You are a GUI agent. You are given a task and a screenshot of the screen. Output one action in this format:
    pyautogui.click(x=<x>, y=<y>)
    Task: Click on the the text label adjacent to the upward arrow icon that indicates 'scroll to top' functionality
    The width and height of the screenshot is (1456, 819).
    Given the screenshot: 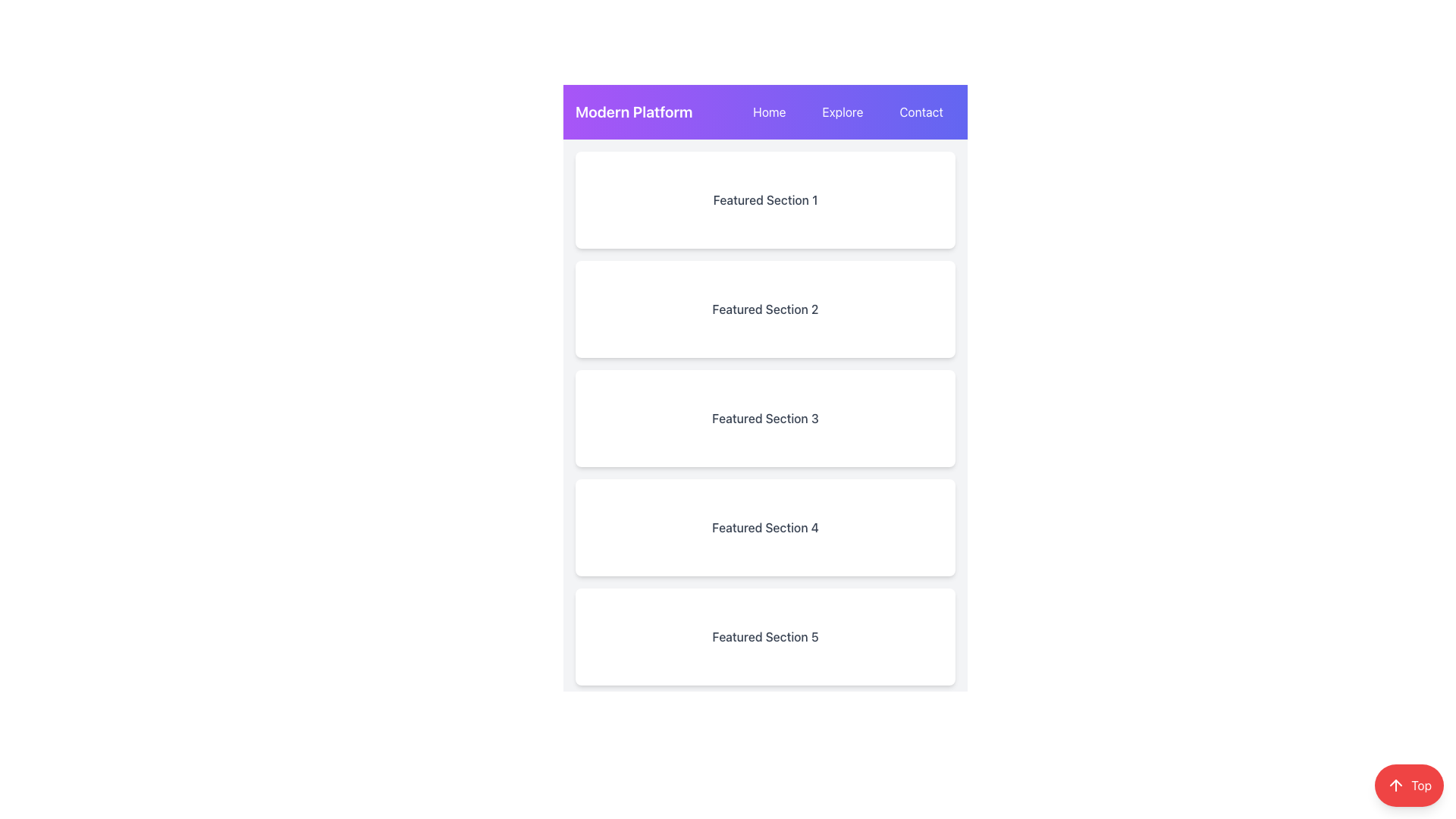 What is the action you would take?
    pyautogui.click(x=1420, y=785)
    